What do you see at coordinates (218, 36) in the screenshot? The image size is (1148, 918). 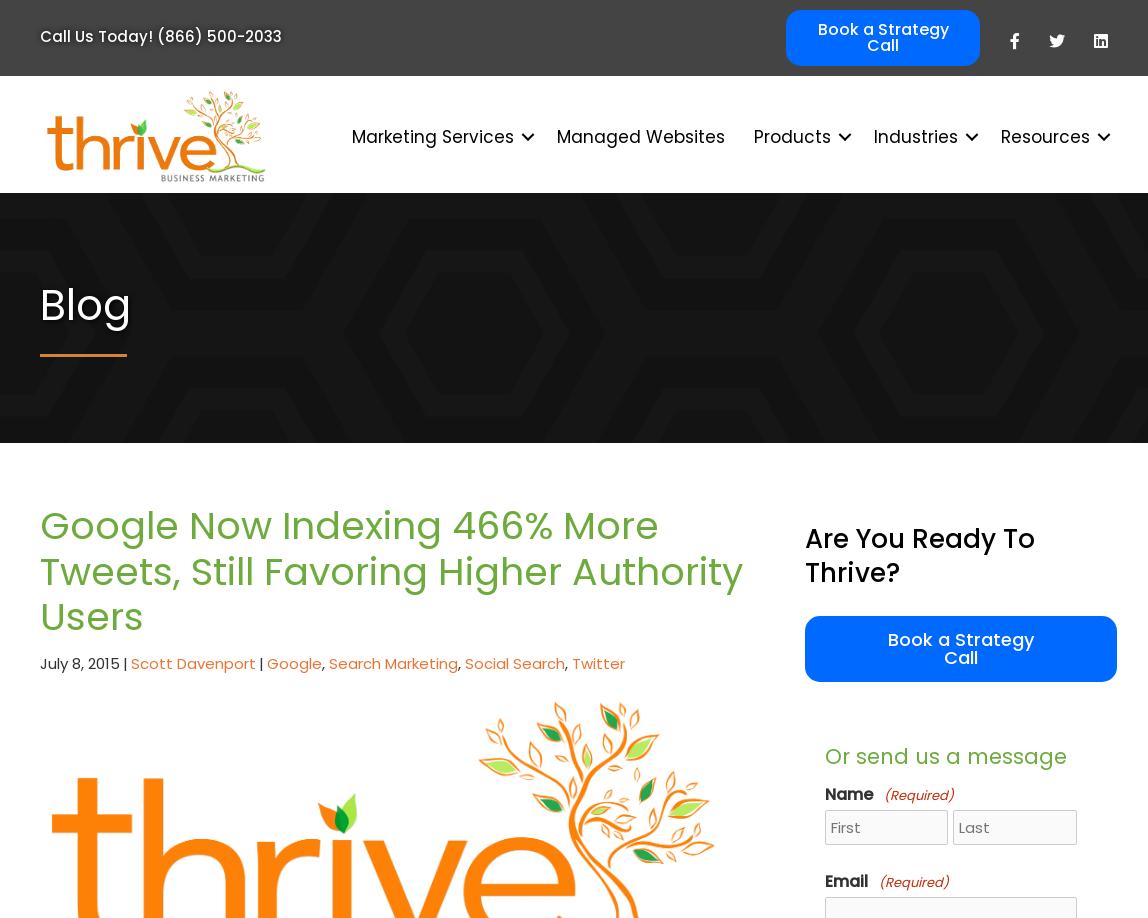 I see `'(866) 500-2033'` at bounding box center [218, 36].